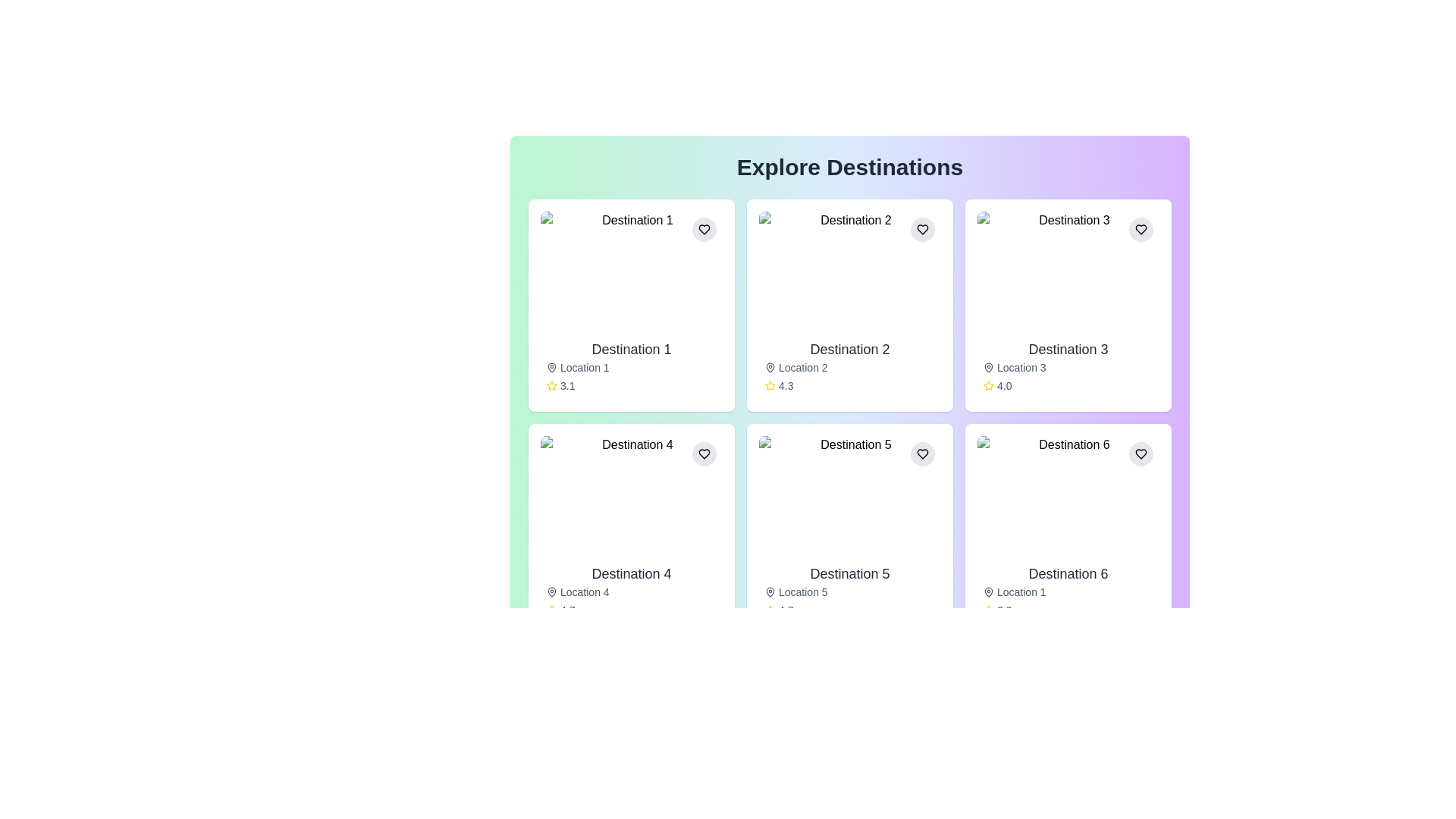 This screenshot has width=1456, height=819. I want to click on on the destination summary card located at the top-left corner of the grid layout, so click(632, 305).